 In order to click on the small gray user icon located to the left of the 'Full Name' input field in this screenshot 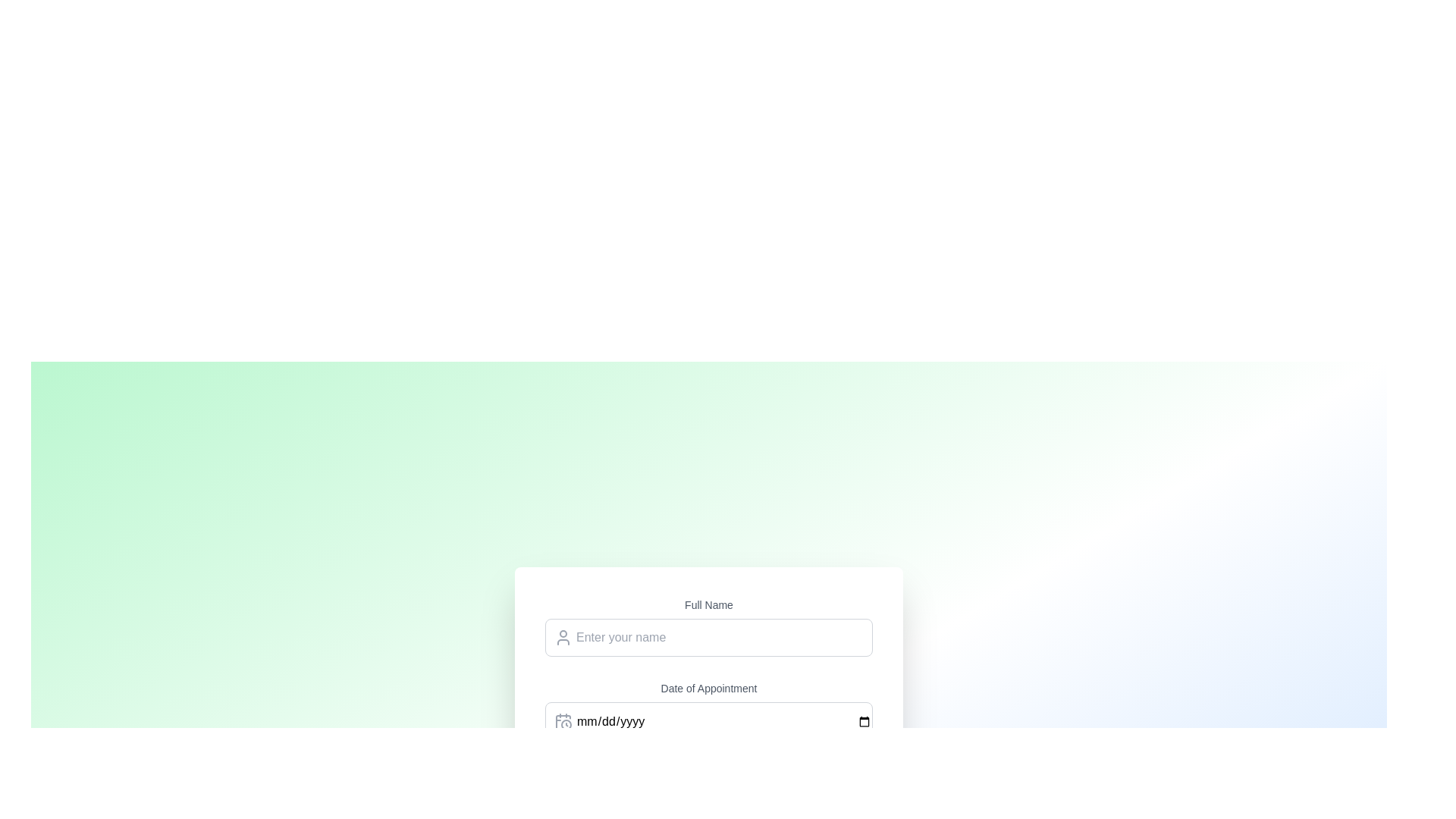, I will do `click(563, 637)`.